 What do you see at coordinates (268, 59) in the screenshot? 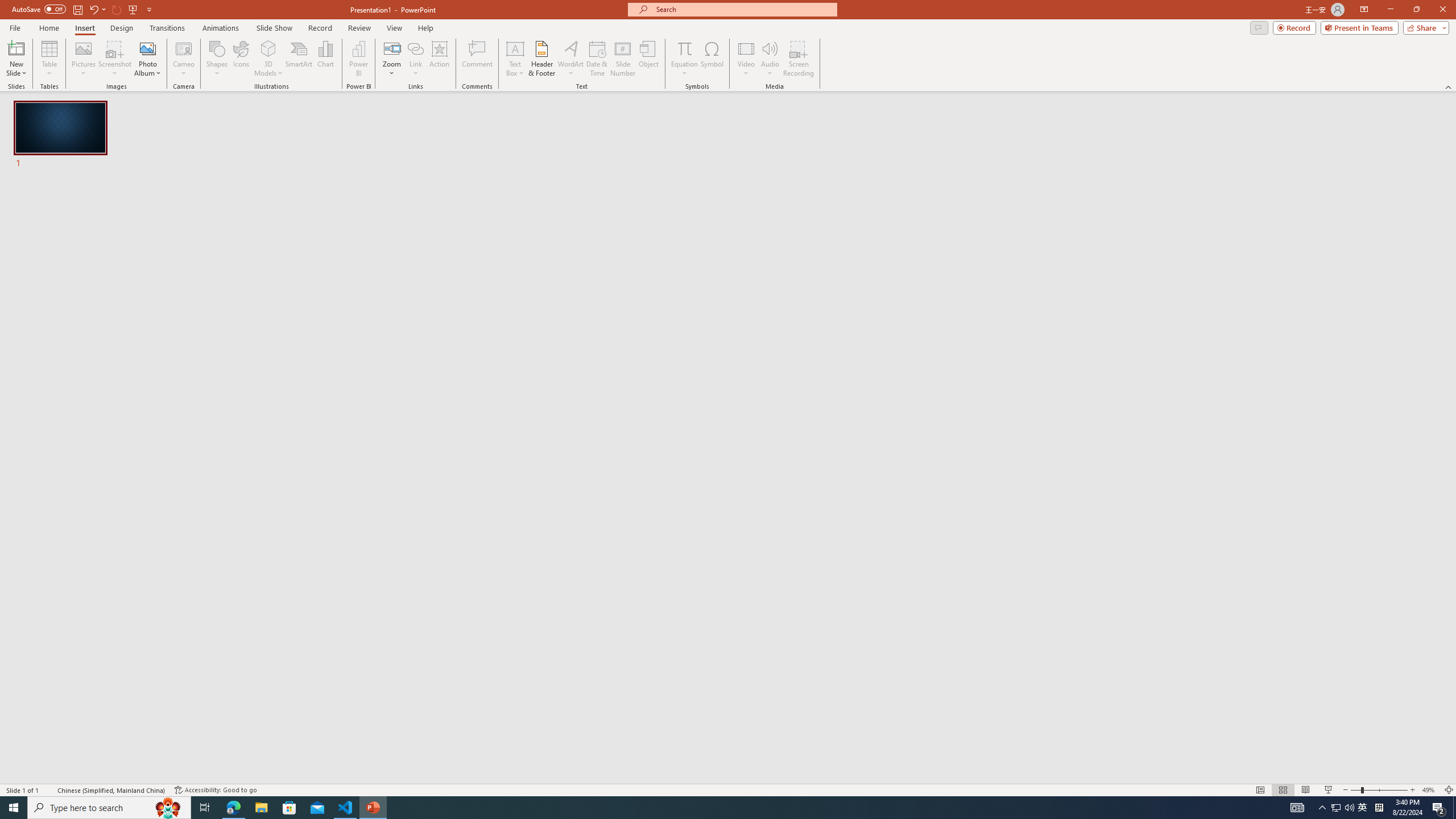
I see `'3D Models'` at bounding box center [268, 59].